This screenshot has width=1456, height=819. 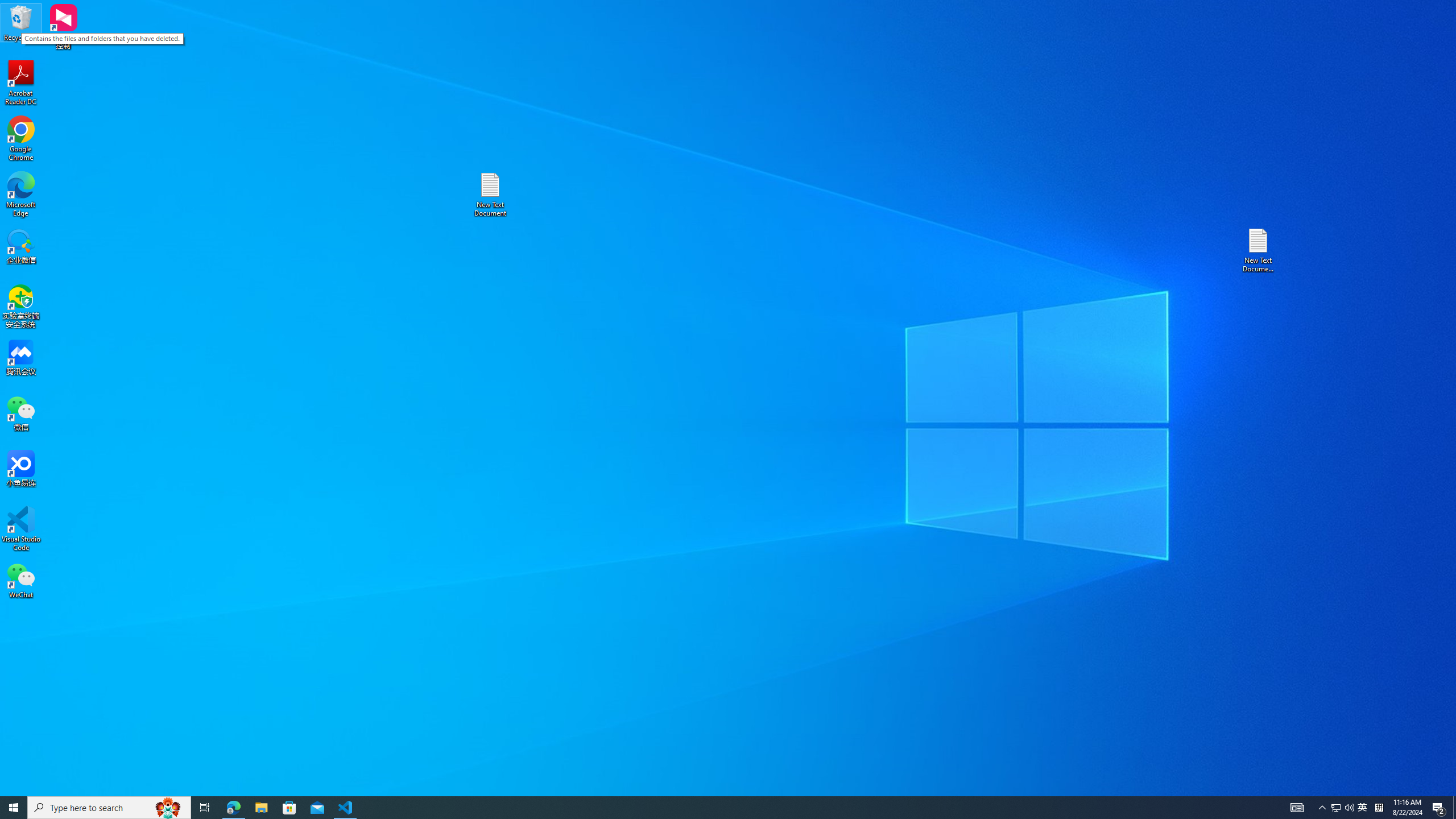 I want to click on 'Q2790: 100%', so click(x=1349, y=806).